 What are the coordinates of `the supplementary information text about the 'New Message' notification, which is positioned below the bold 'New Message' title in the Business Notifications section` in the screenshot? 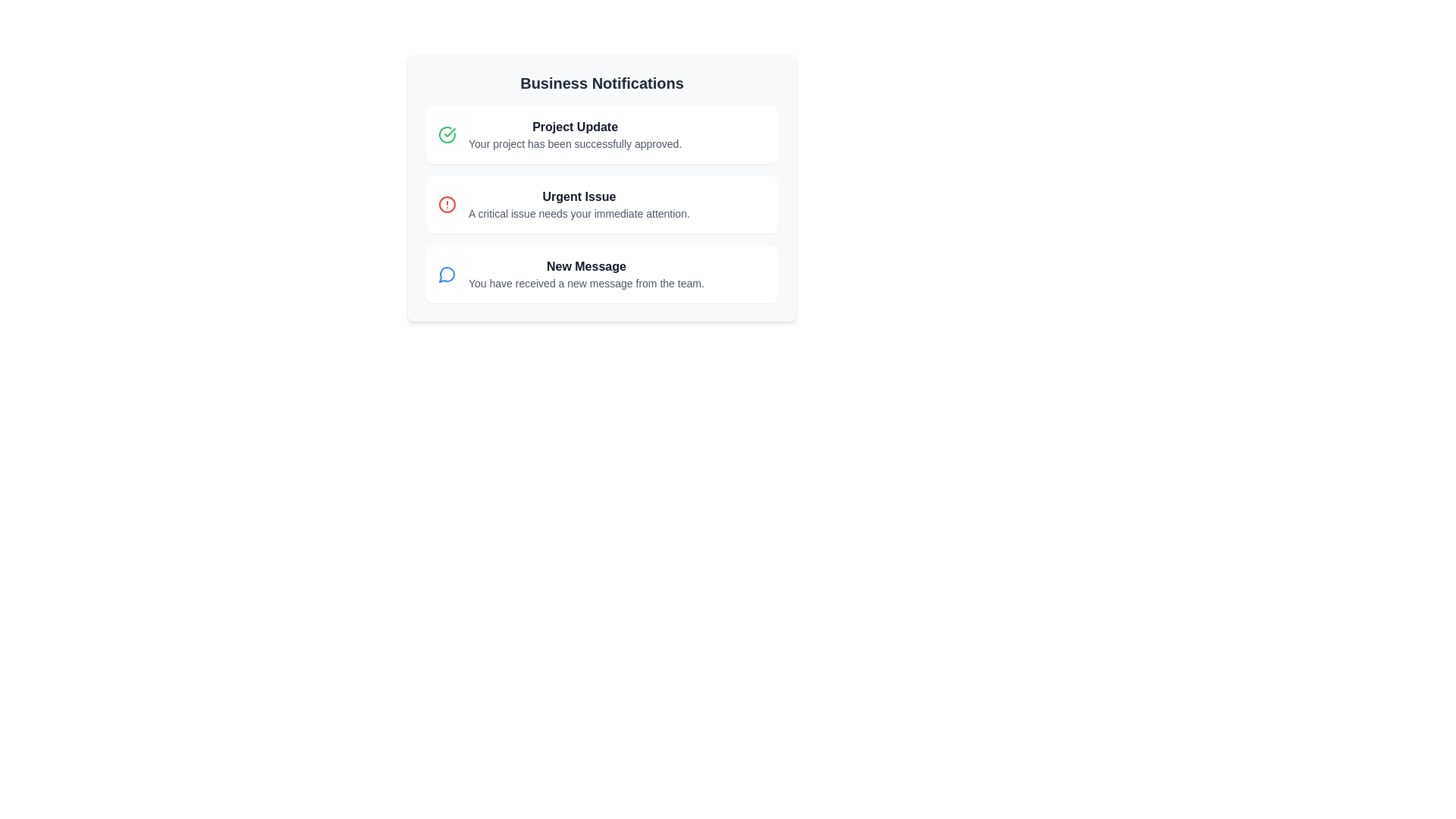 It's located at (585, 284).